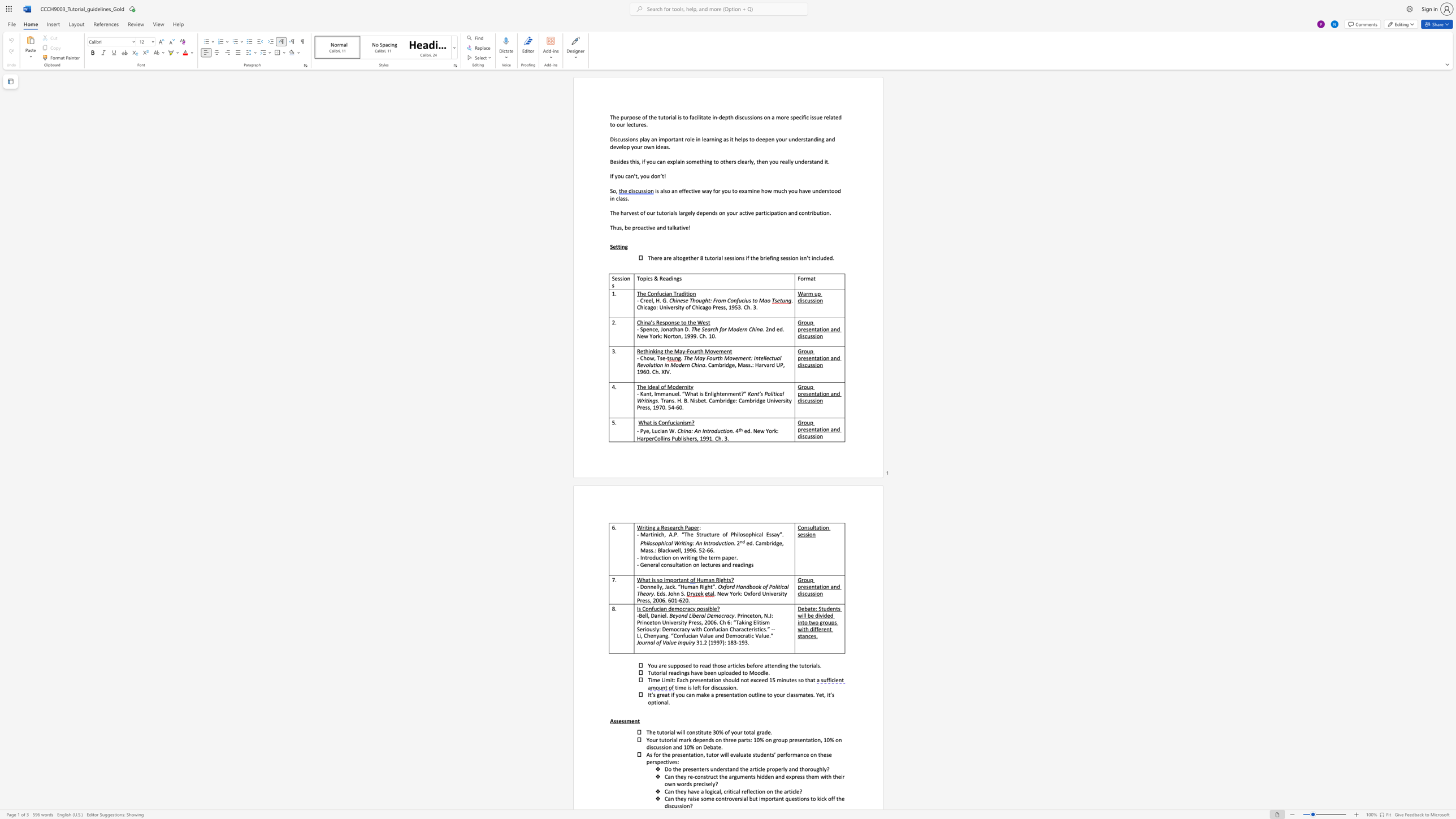 The image size is (1456, 819). What do you see at coordinates (653, 438) in the screenshot?
I see `the subset text "Collins Pub" within the text "HarperCollins Publishers, 1991. Ch. 3."` at bounding box center [653, 438].